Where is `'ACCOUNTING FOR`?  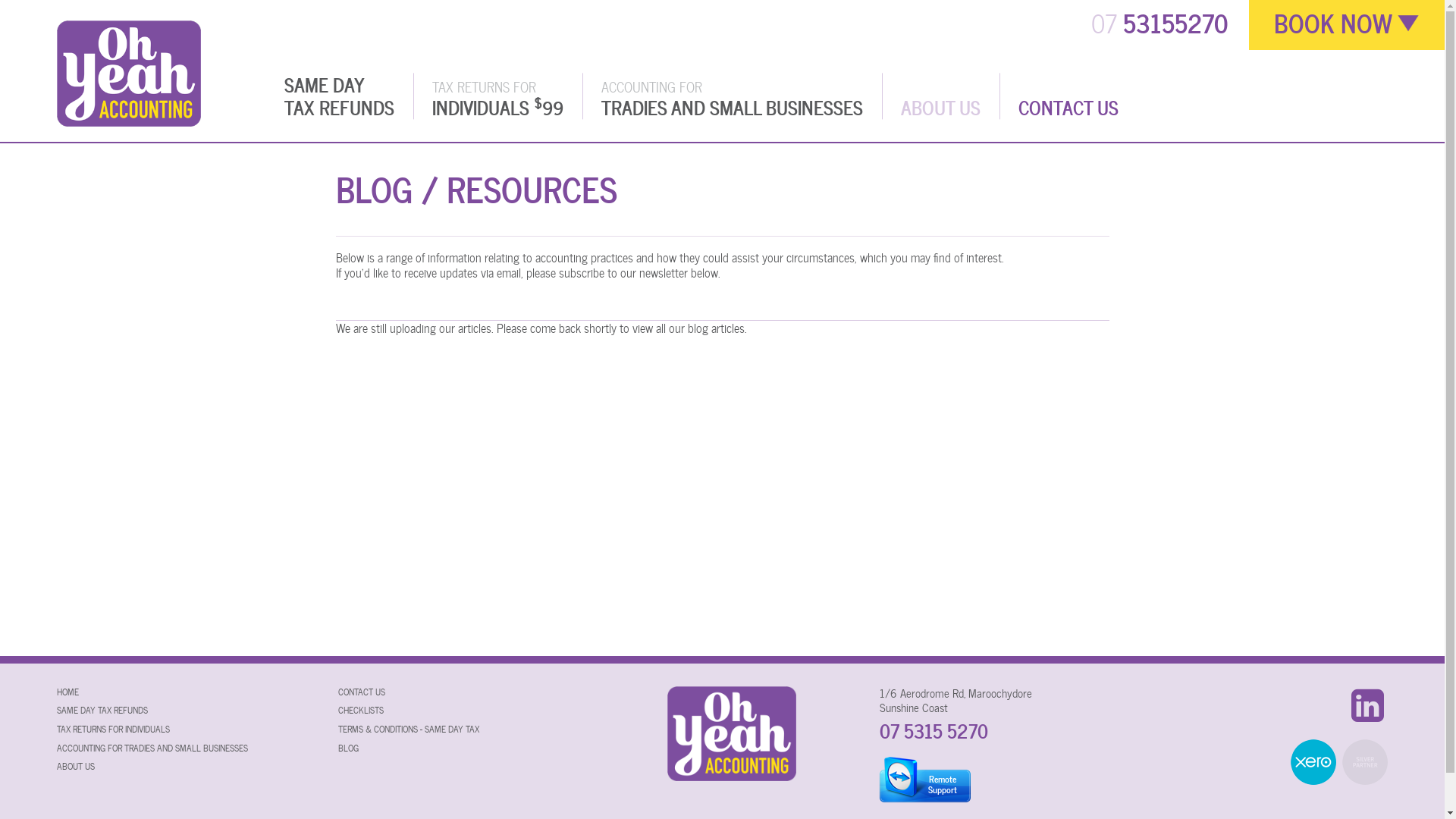
'ACCOUNTING FOR is located at coordinates (732, 96).